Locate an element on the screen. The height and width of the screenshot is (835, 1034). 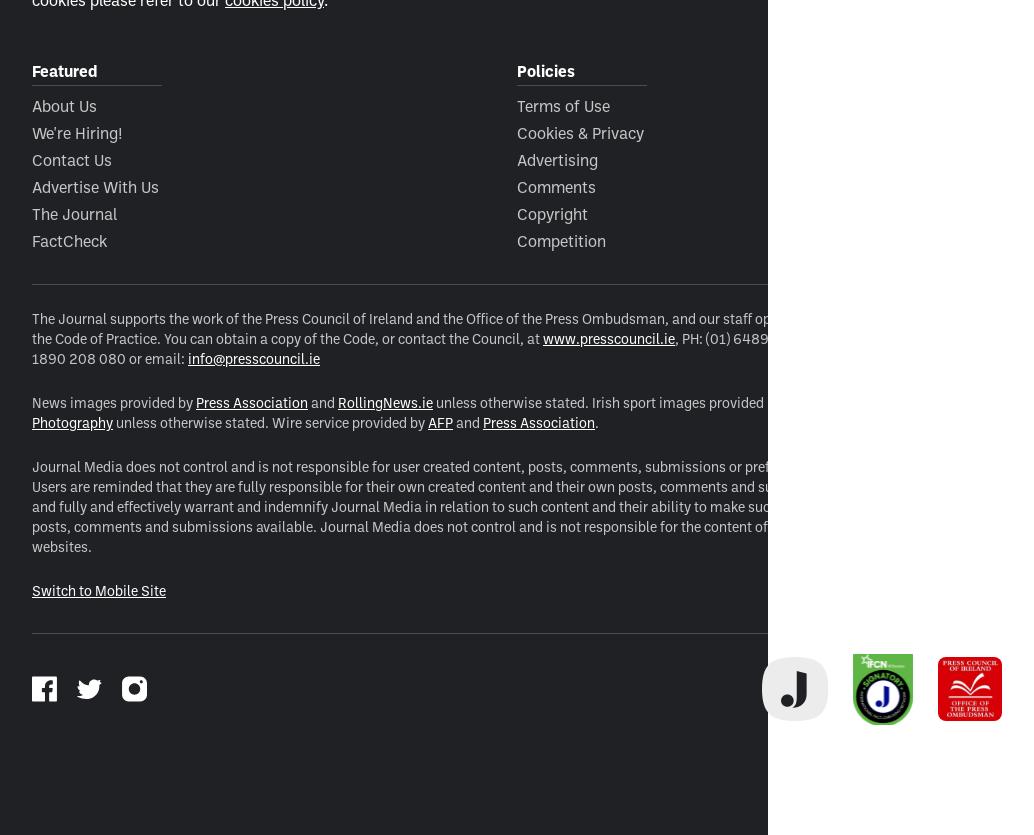
'We're Hiring!' is located at coordinates (77, 131).